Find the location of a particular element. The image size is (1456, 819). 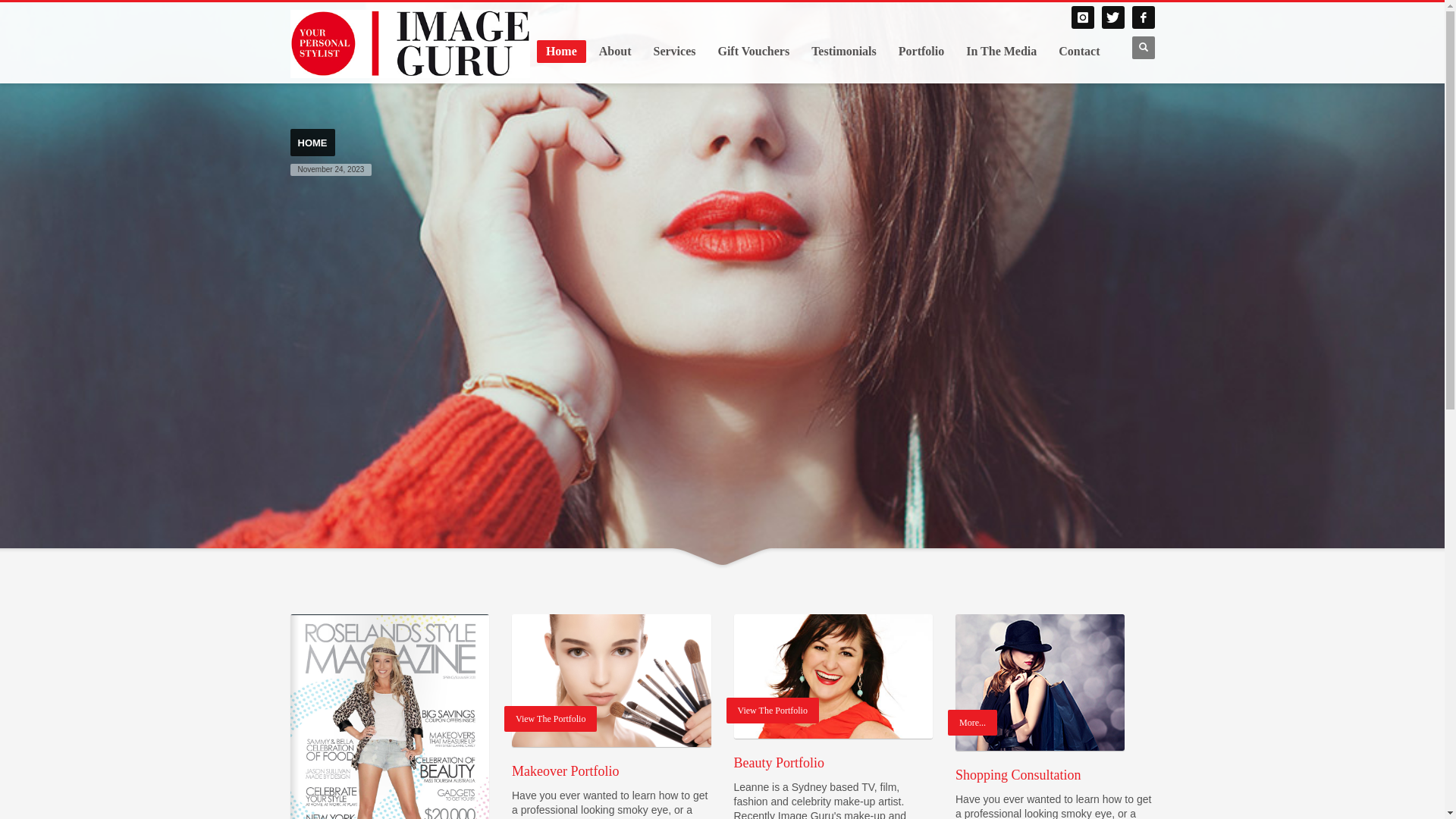

'Services' is located at coordinates (673, 51).